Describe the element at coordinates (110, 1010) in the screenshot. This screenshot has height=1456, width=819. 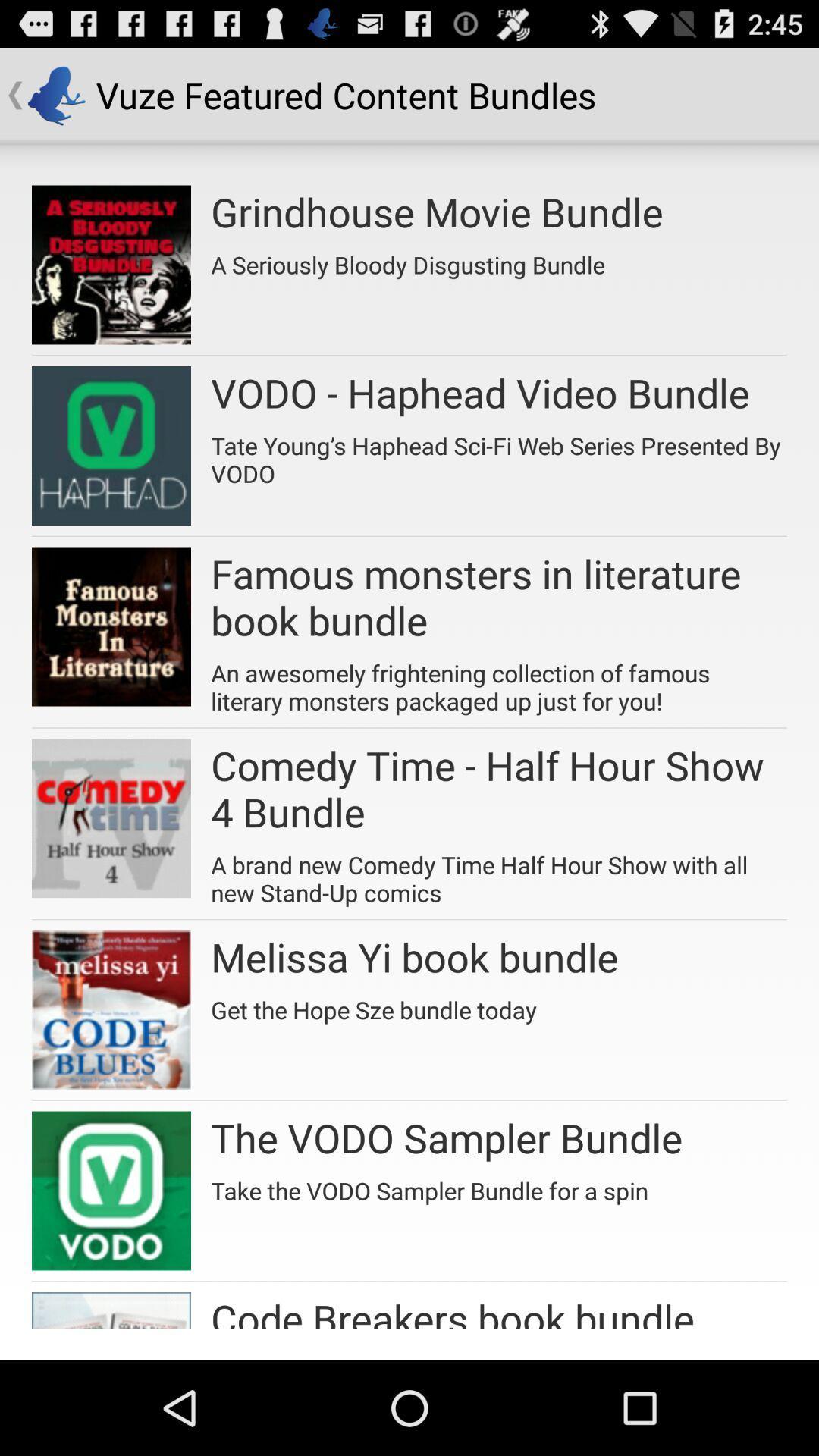
I see `the fifth image from top` at that location.